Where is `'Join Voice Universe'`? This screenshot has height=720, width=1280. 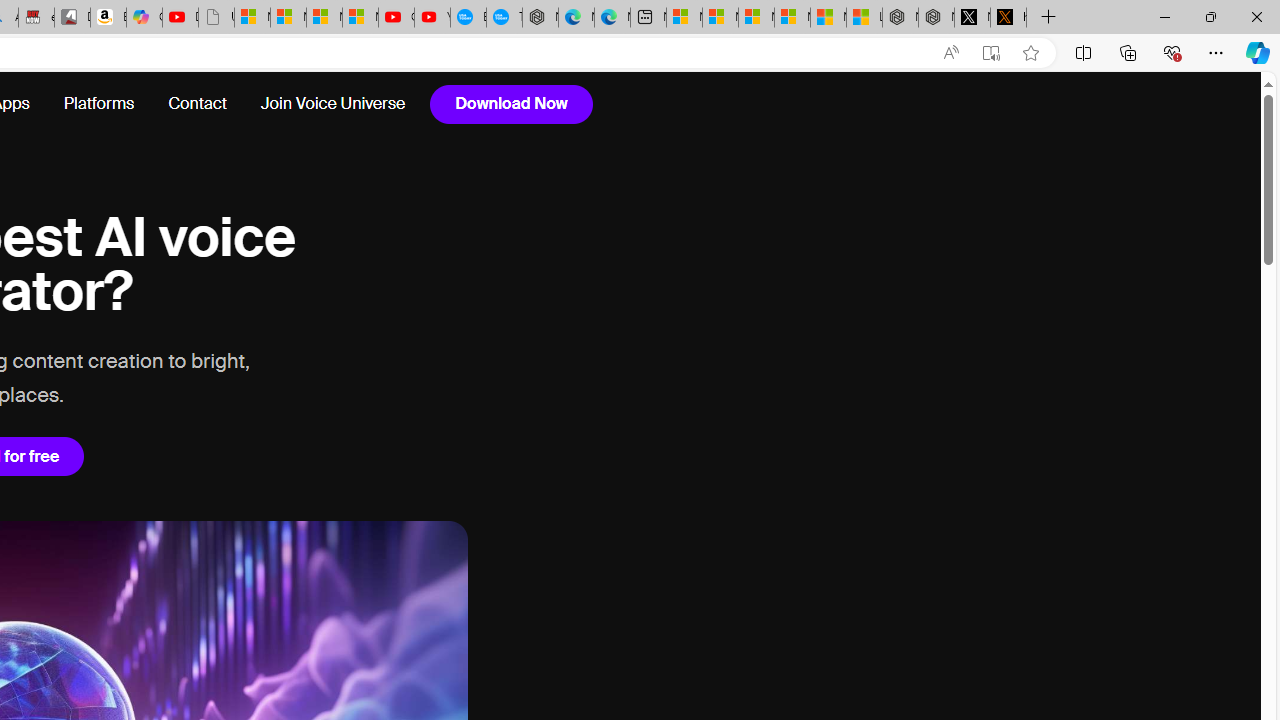
'Join Voice Universe' is located at coordinates (332, 104).